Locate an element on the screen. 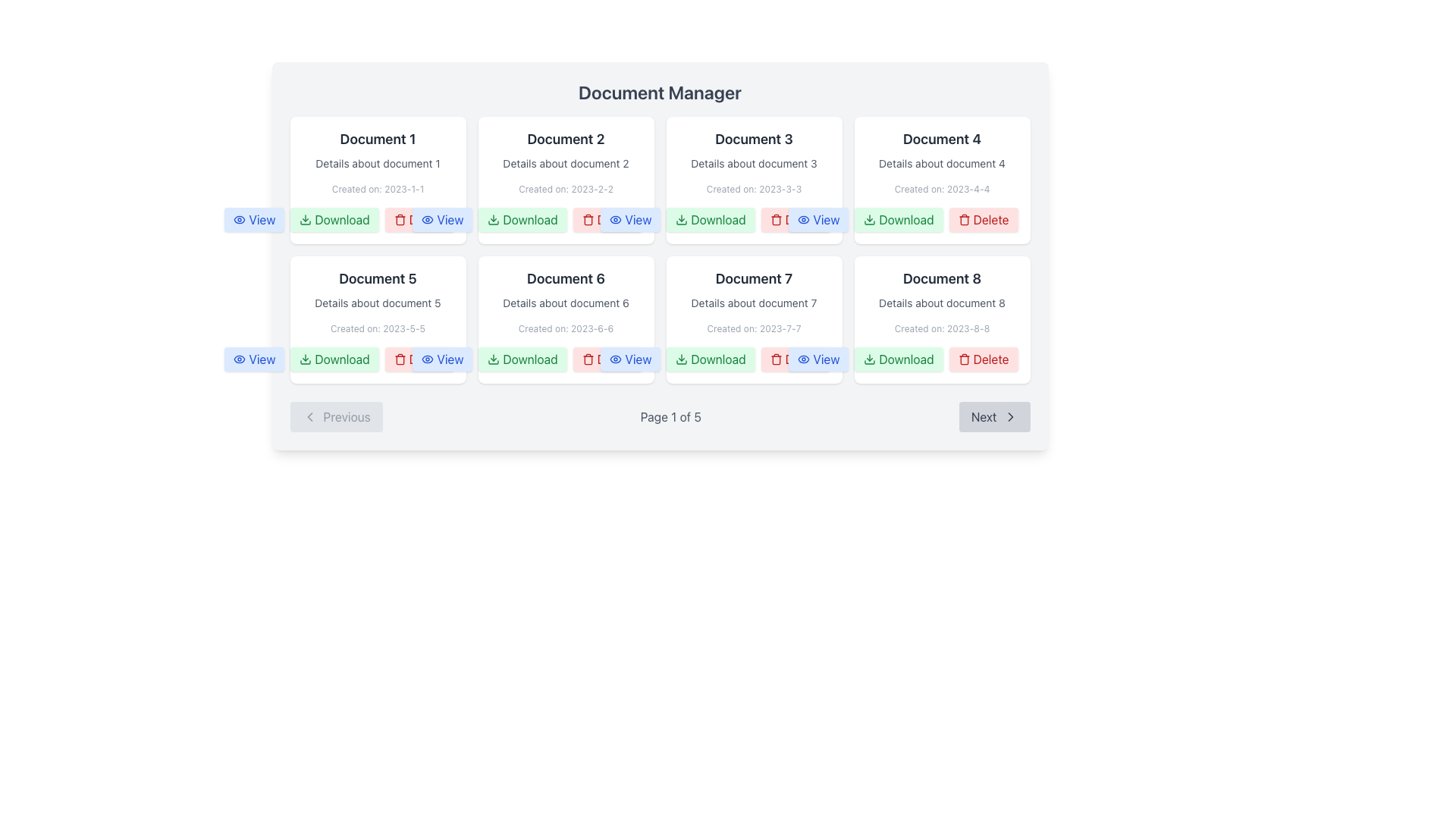  the delete button that contains the icon representing the delete action, which is positioned to the left of the text 'Delete' is located at coordinates (400, 359).